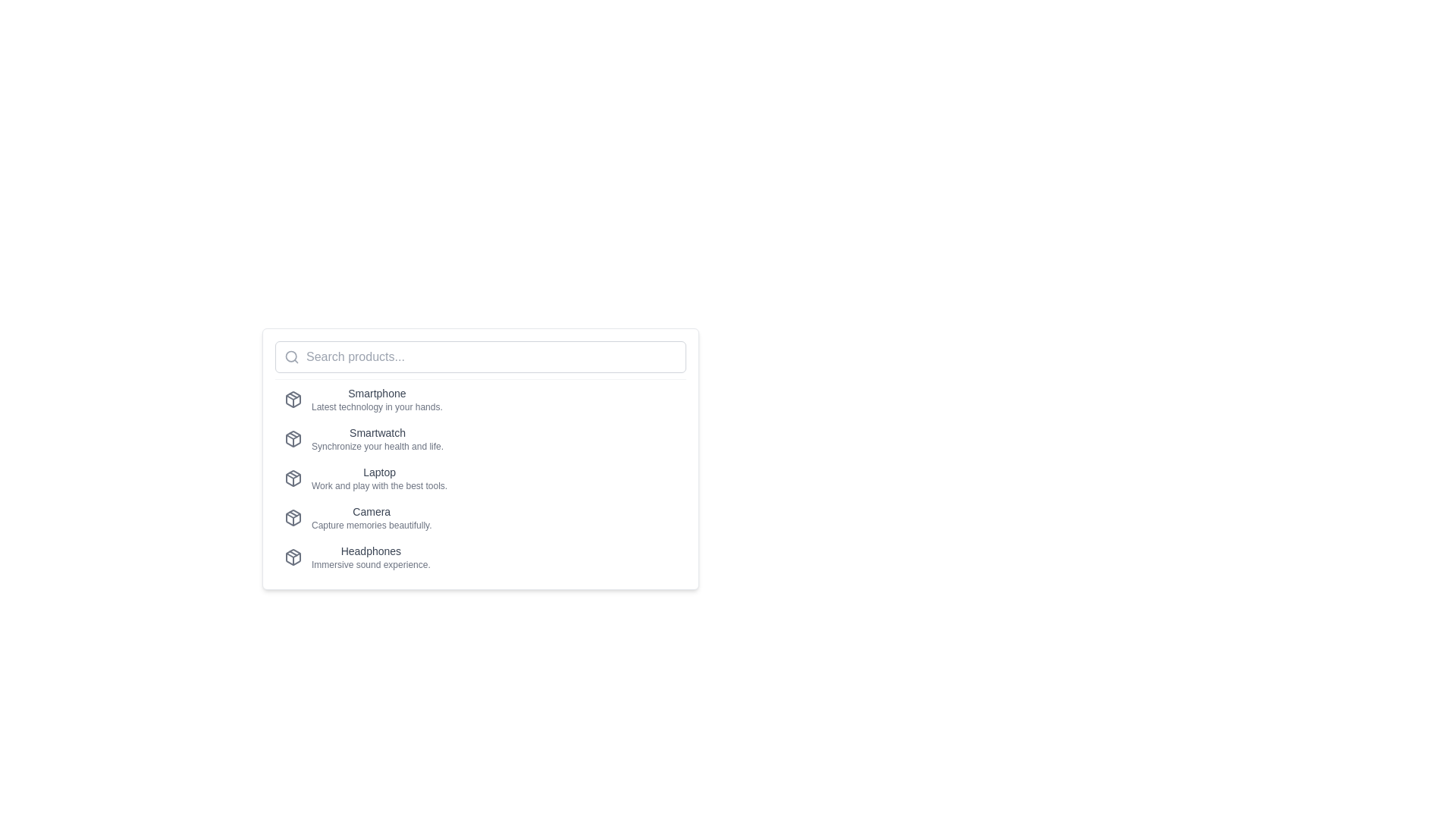 The height and width of the screenshot is (819, 1456). Describe the element at coordinates (293, 399) in the screenshot. I see `the 'Smartphone' icon, which is the first icon in the vertically arranged list of menu options` at that location.